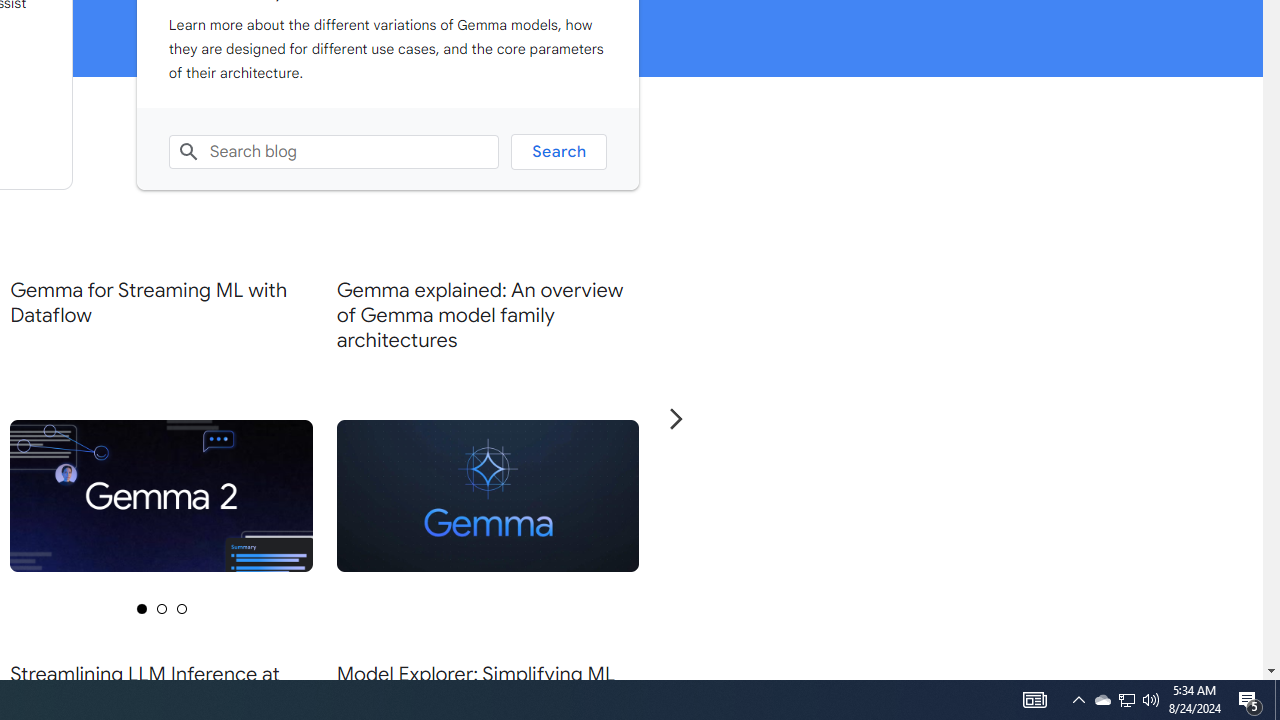 The width and height of the screenshot is (1280, 720). What do you see at coordinates (334, 151) in the screenshot?
I see `'Search blog'` at bounding box center [334, 151].